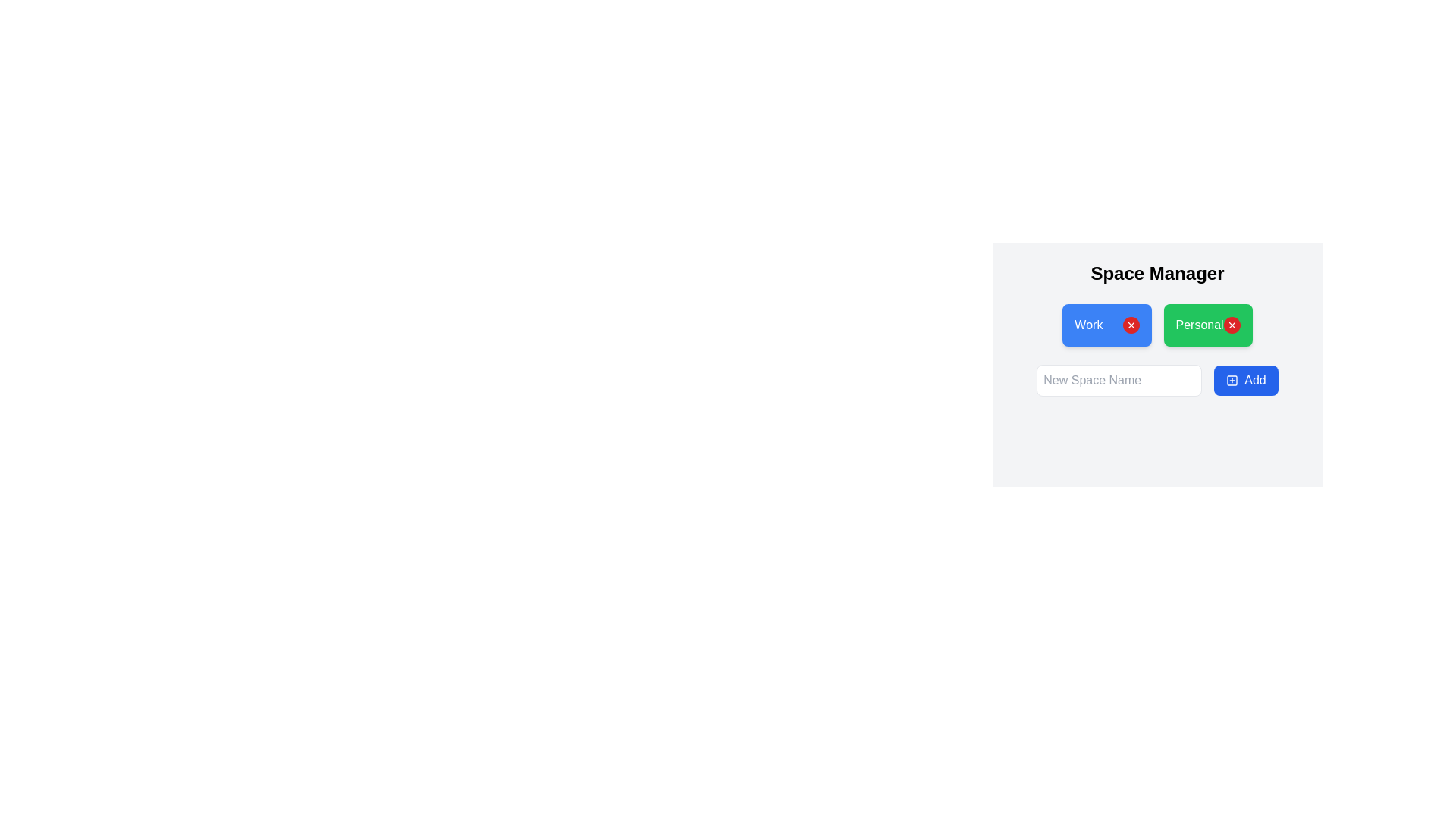 The image size is (1456, 819). Describe the element at coordinates (1199, 324) in the screenshot. I see `the text label displaying 'Personal', which is styled in white text on a green background and is part of a button-like group` at that location.